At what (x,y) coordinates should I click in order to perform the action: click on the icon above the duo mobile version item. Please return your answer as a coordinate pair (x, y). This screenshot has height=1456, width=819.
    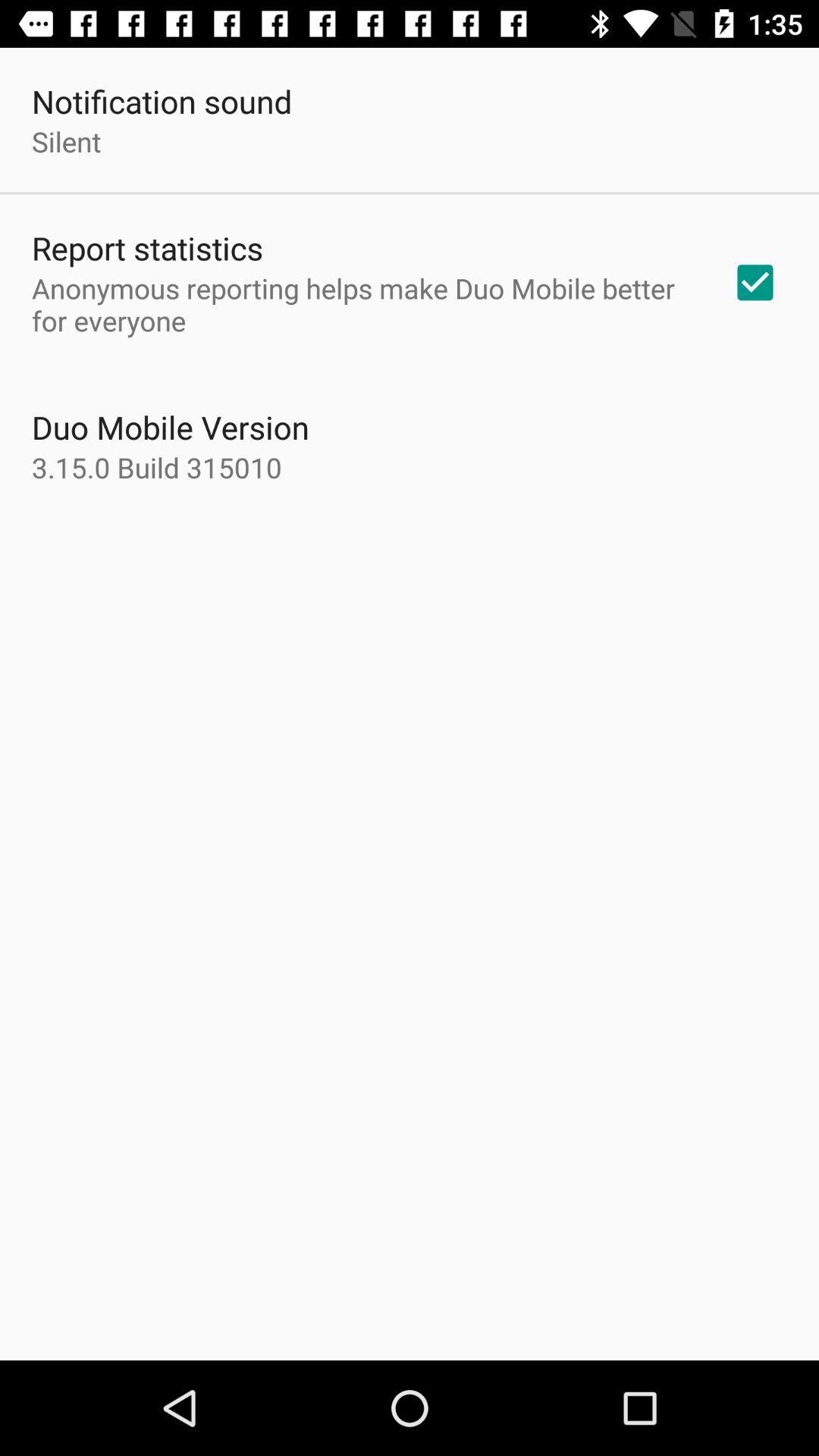
    Looking at the image, I should click on (362, 303).